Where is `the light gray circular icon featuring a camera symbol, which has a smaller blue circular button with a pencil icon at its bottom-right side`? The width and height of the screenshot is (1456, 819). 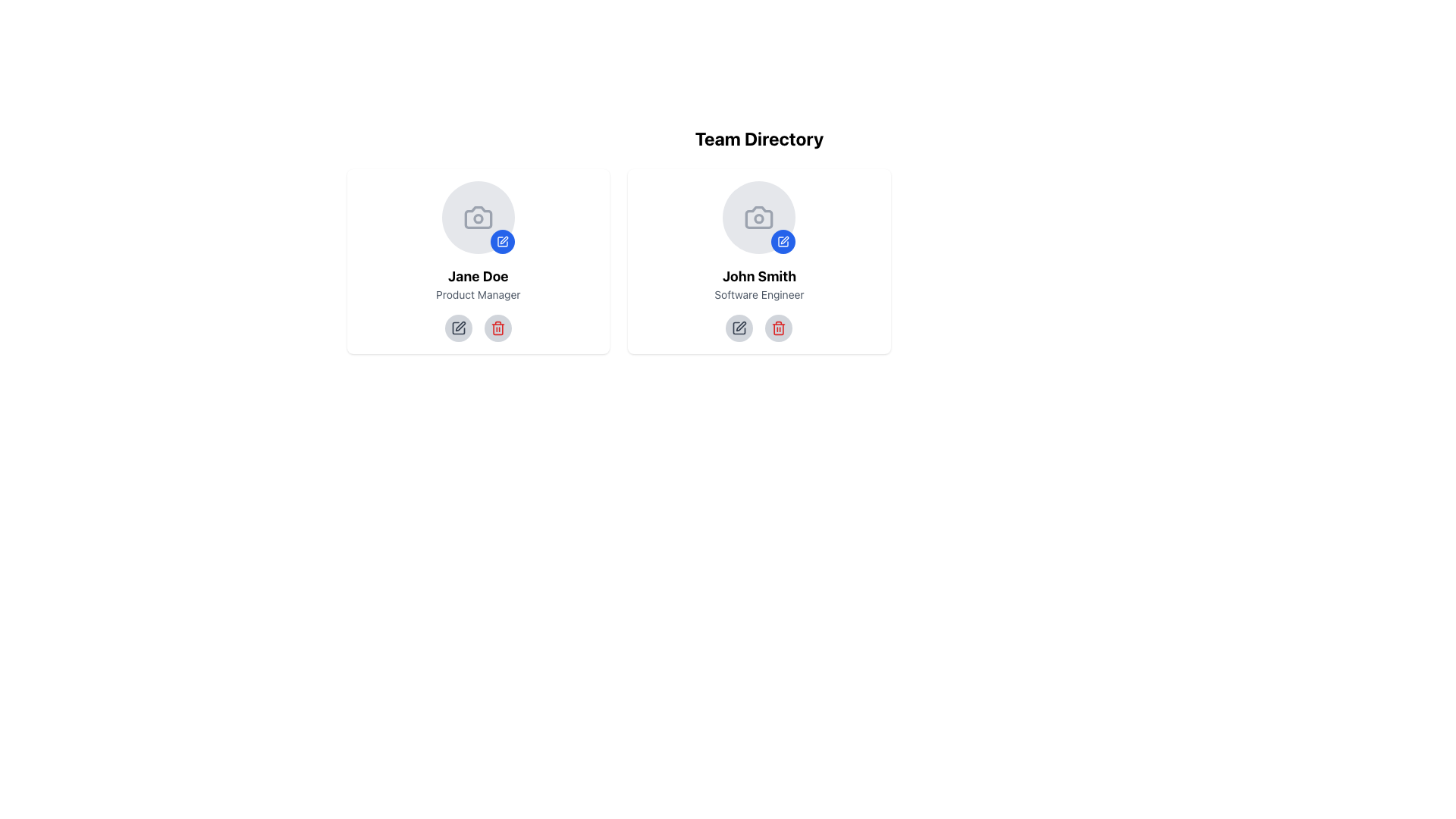
the light gray circular icon featuring a camera symbol, which has a smaller blue circular button with a pencil icon at its bottom-right side is located at coordinates (759, 217).